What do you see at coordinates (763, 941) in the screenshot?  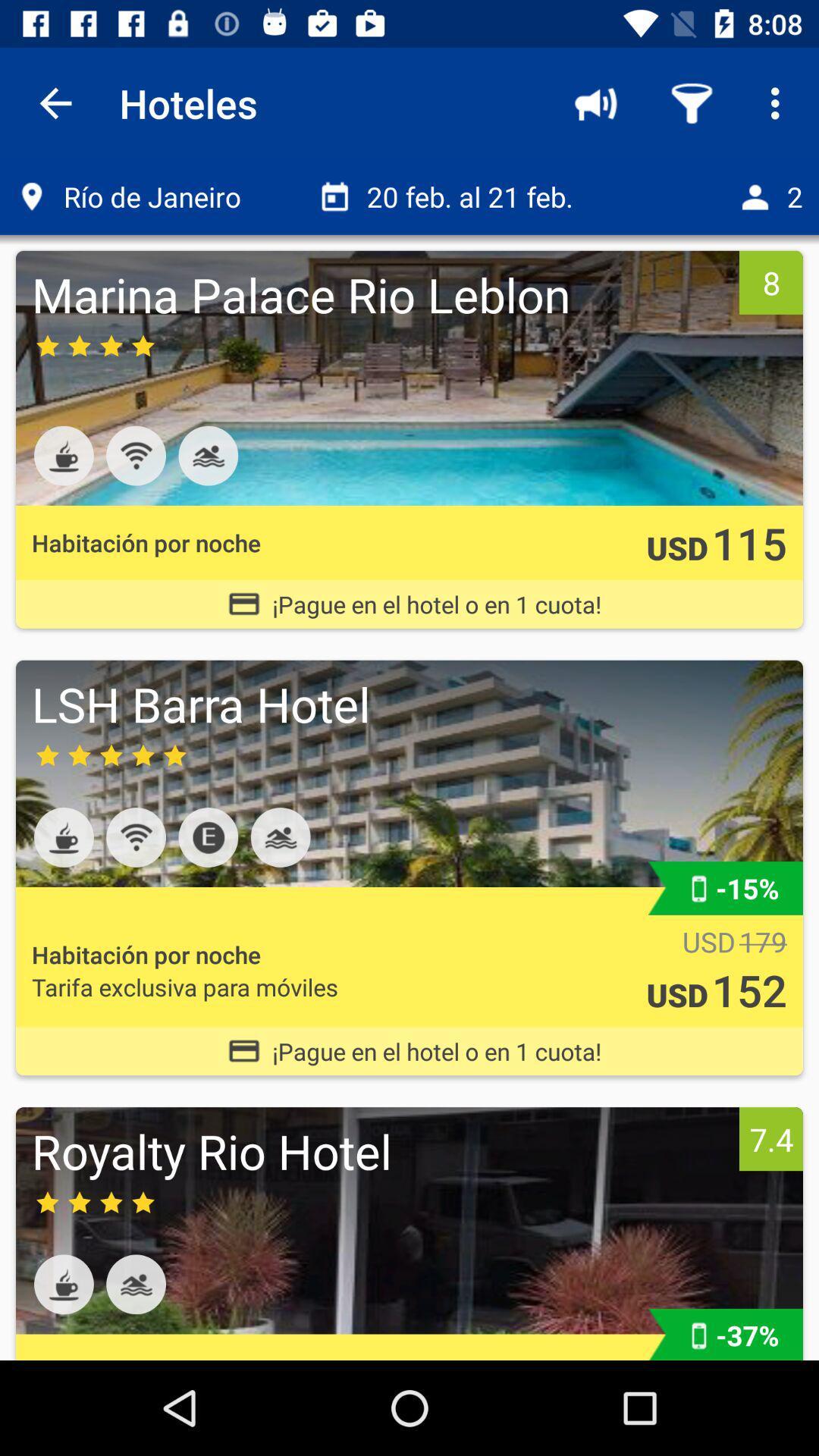 I see `the icon next to the usd` at bounding box center [763, 941].